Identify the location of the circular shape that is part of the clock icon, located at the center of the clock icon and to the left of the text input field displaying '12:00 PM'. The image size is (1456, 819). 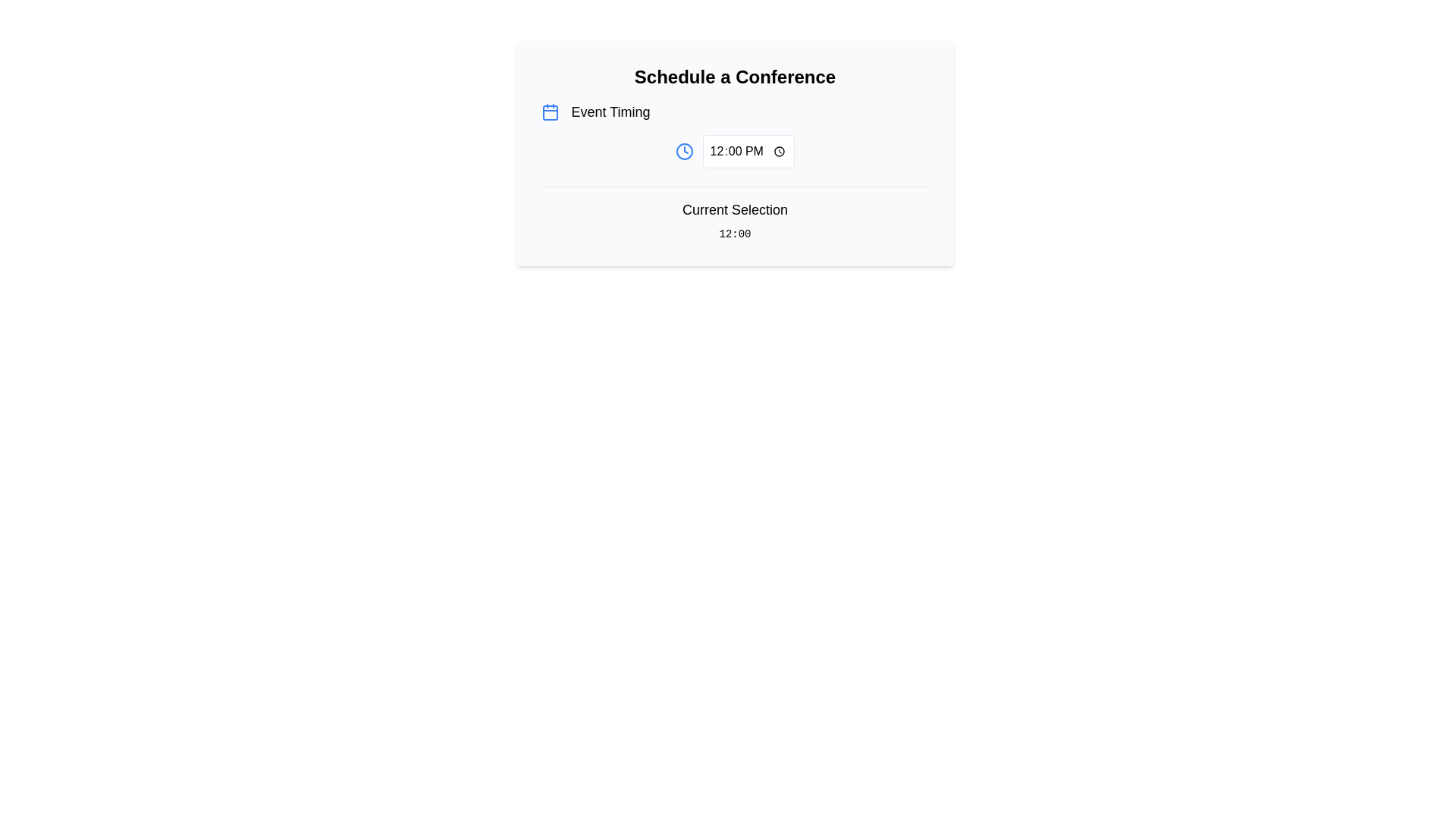
(683, 152).